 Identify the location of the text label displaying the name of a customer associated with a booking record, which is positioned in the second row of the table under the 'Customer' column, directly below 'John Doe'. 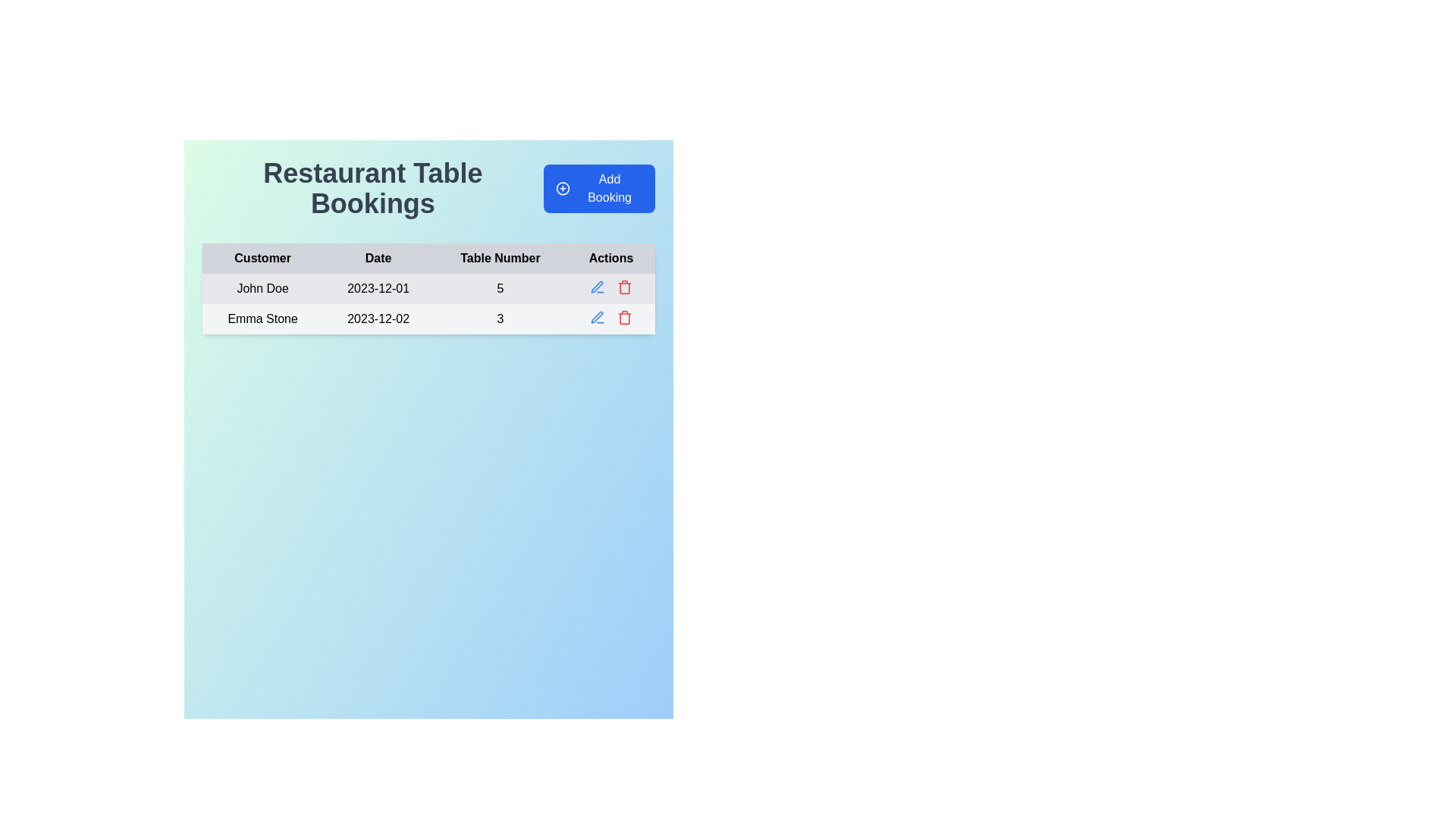
(262, 318).